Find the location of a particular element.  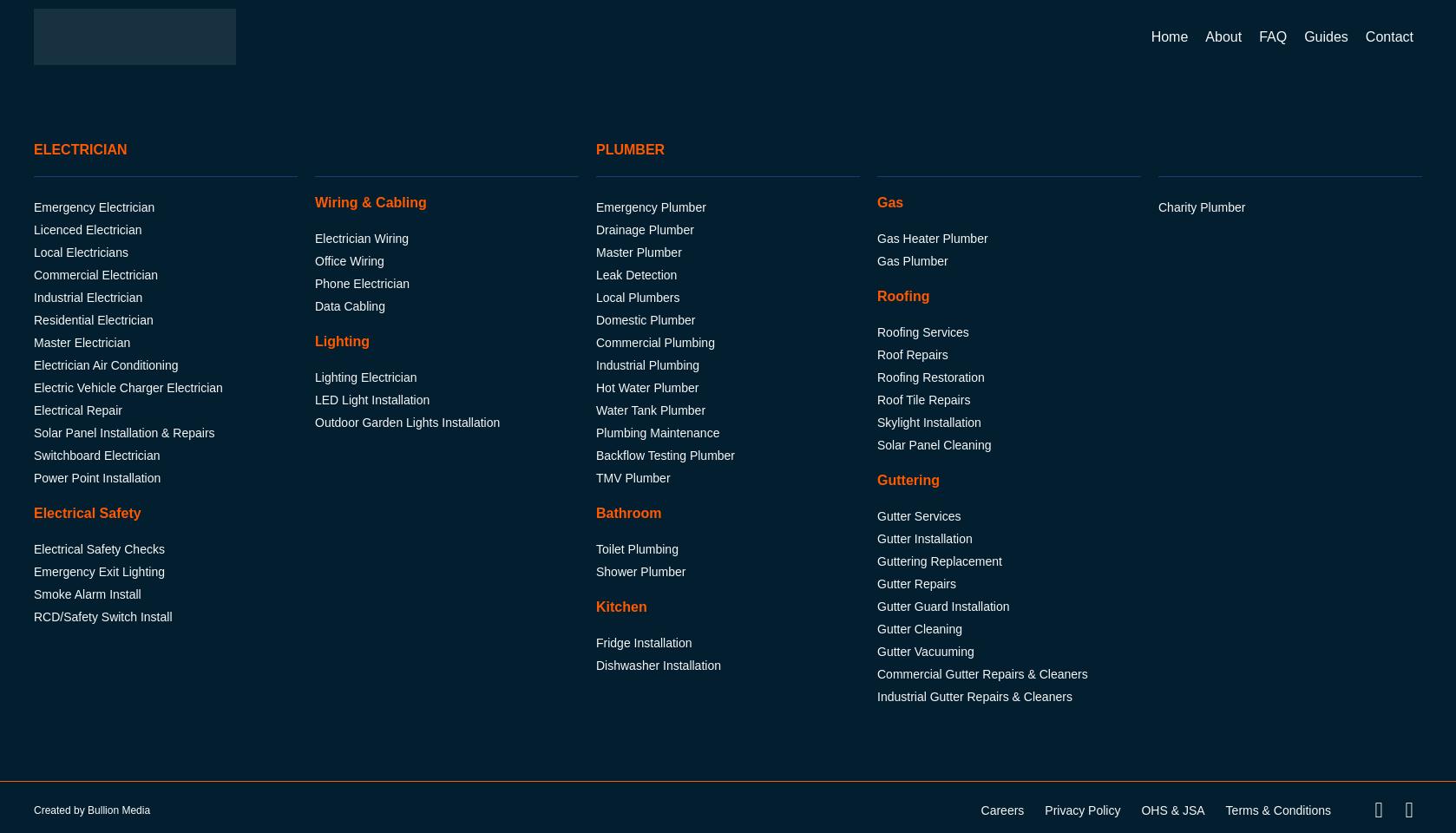

'Emergency Exit Lighting' is located at coordinates (98, 571).